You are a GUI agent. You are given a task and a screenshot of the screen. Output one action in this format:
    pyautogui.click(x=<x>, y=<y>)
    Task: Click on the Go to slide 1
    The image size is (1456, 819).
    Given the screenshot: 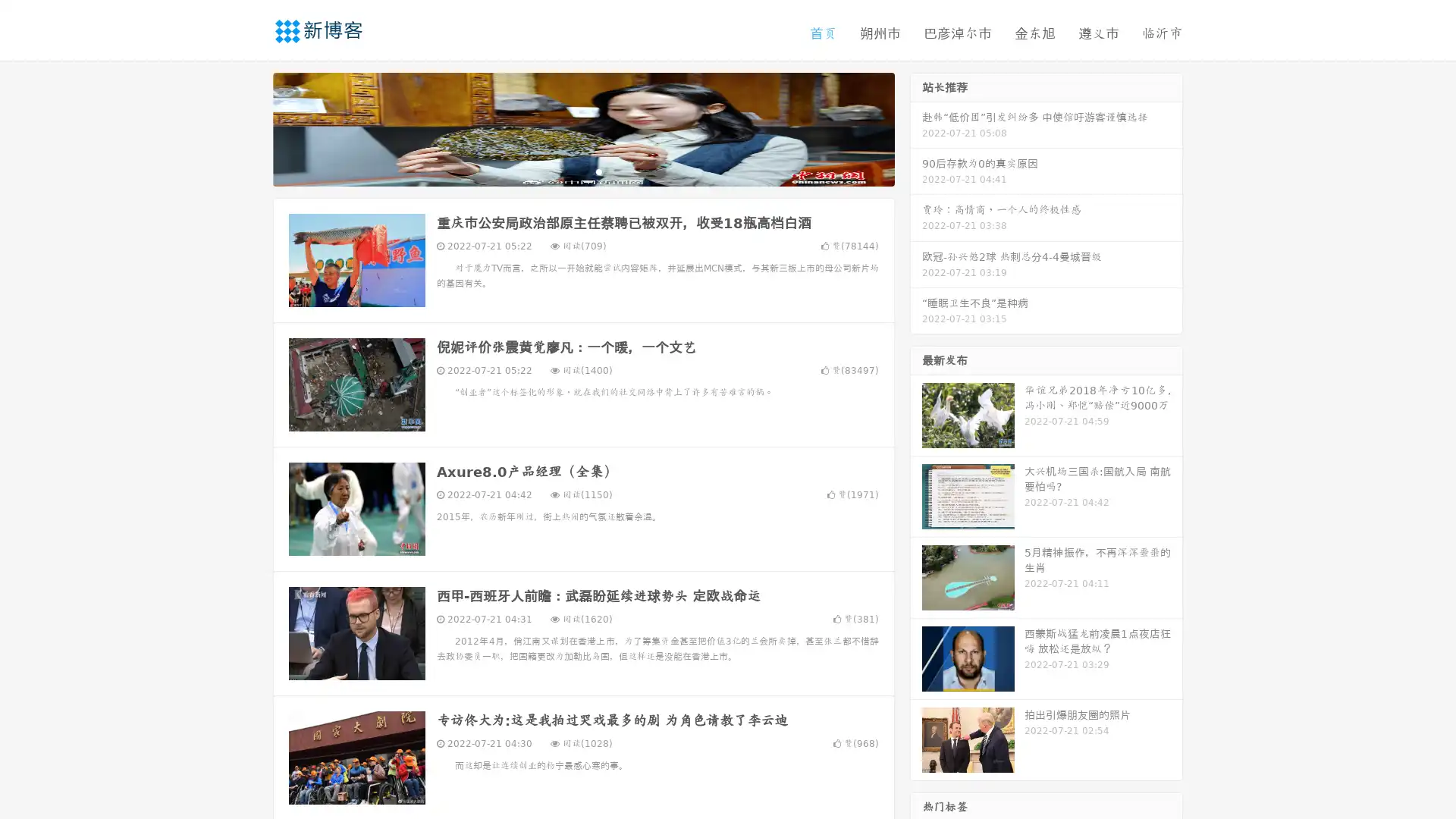 What is the action you would take?
    pyautogui.click(x=567, y=171)
    